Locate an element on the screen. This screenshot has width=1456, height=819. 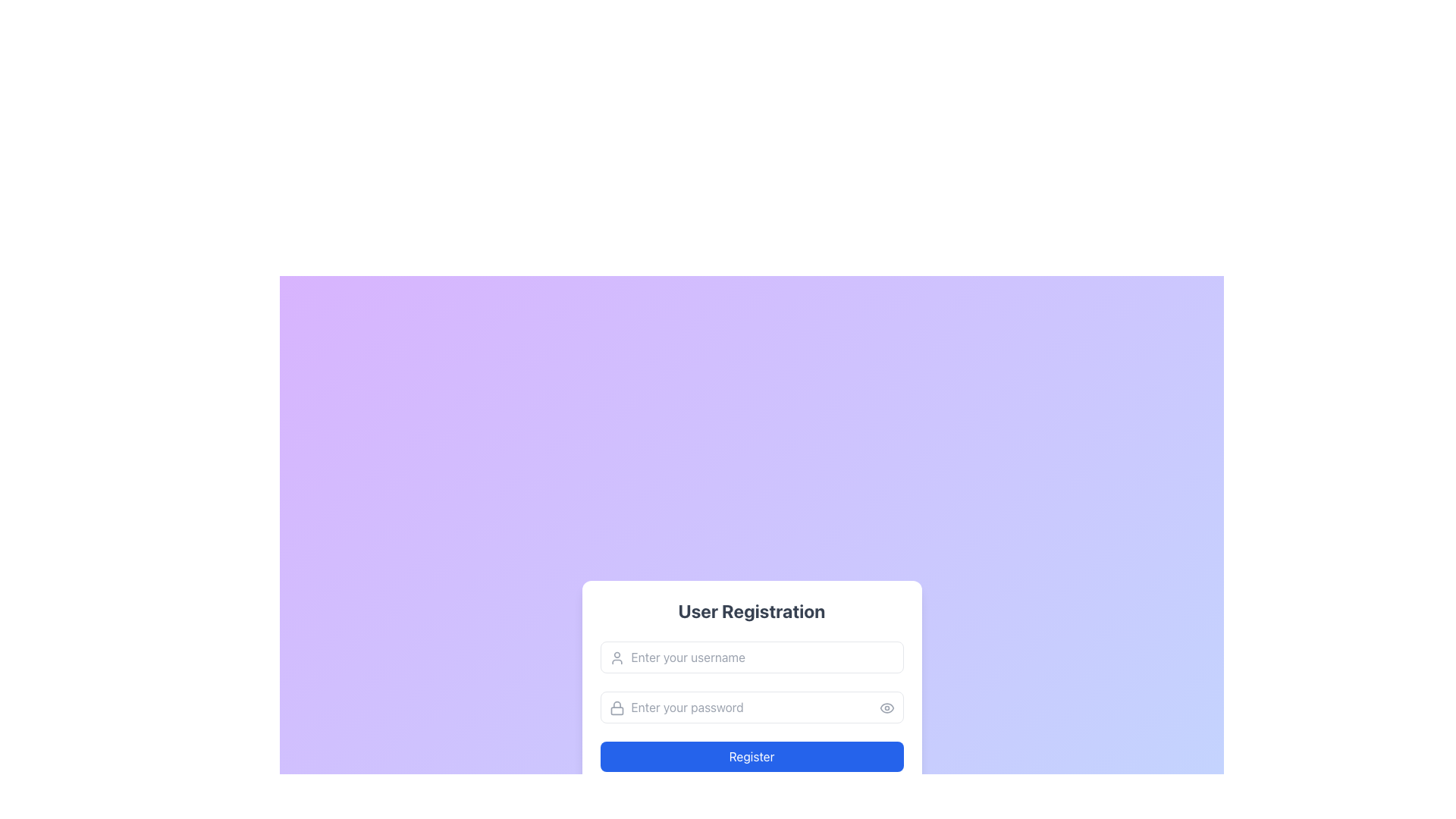
the textual label that serves as the title for the user registration form, located at the top of the registration card component is located at coordinates (752, 610).